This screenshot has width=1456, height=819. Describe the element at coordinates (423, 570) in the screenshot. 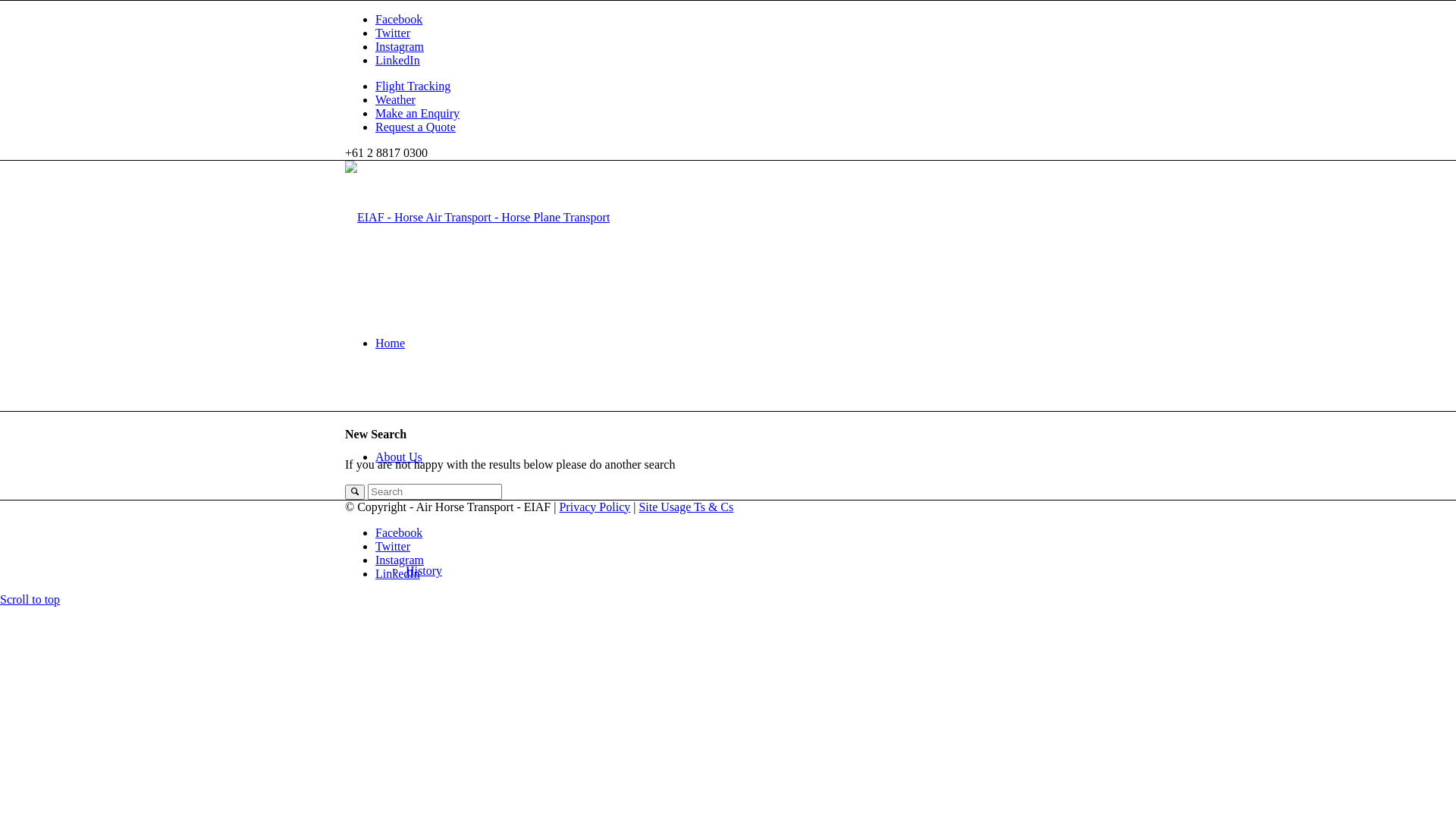

I see `'History'` at that location.